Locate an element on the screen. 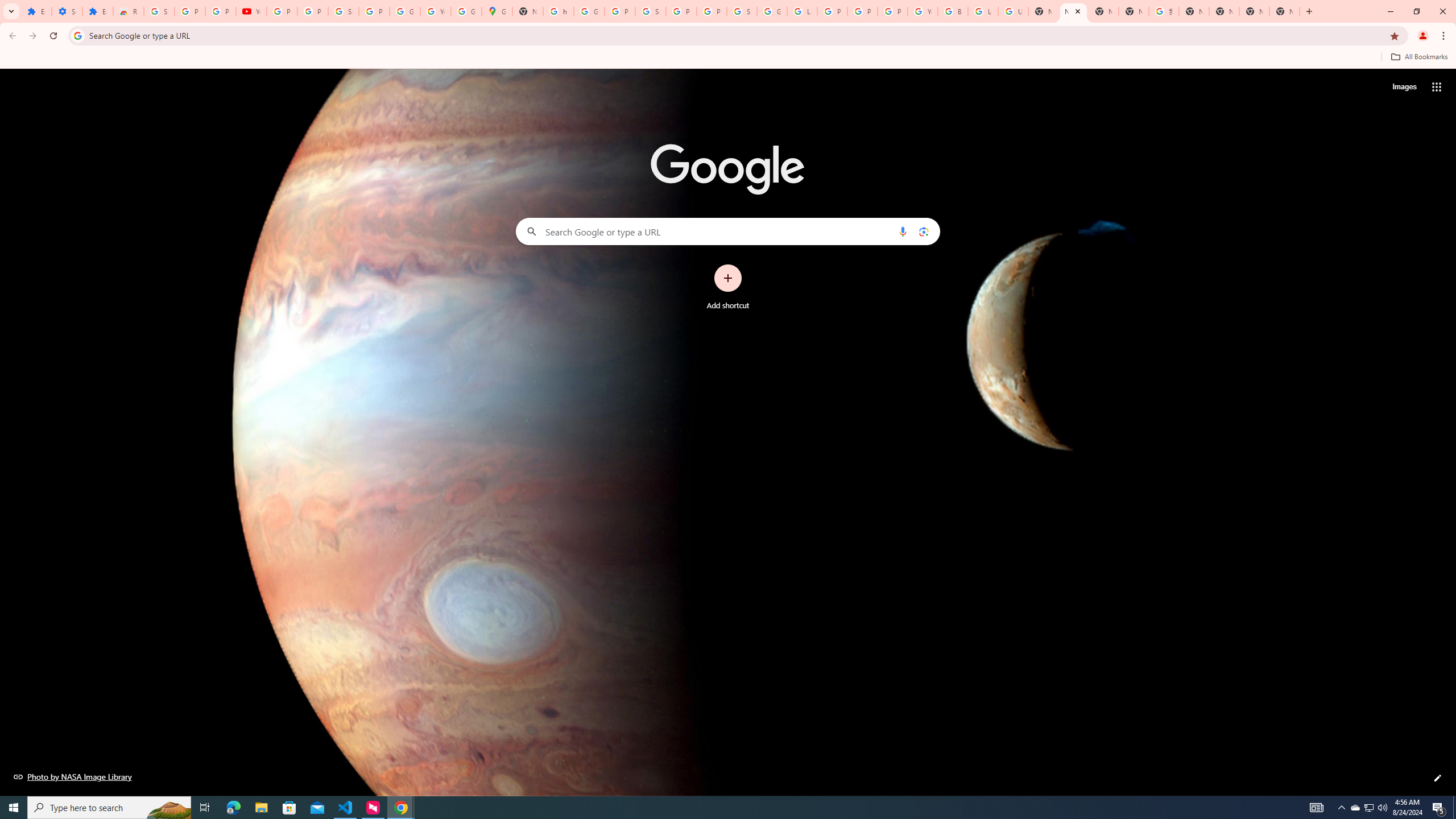 The height and width of the screenshot is (819, 1456). 'You' is located at coordinates (1423, 35).